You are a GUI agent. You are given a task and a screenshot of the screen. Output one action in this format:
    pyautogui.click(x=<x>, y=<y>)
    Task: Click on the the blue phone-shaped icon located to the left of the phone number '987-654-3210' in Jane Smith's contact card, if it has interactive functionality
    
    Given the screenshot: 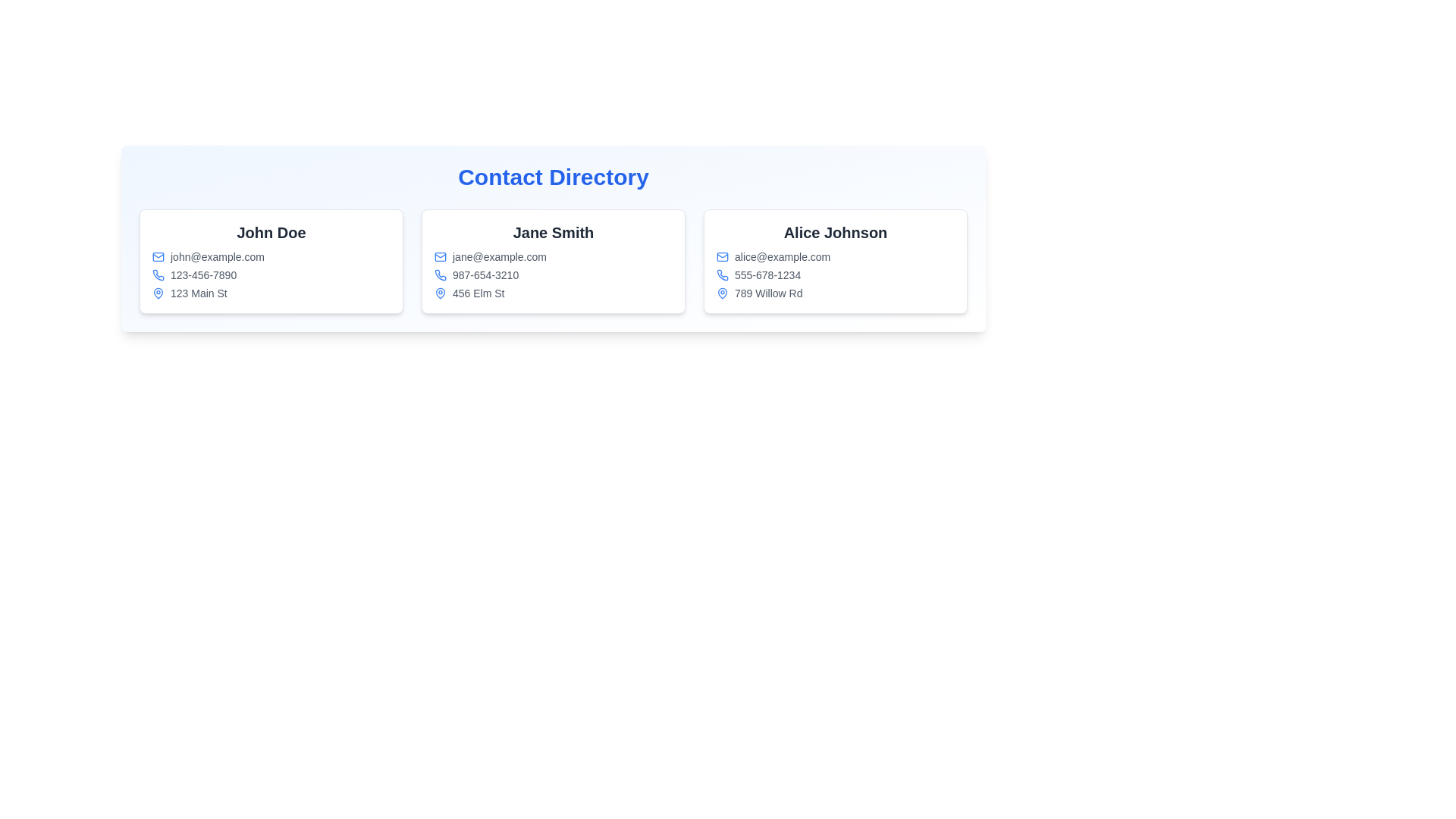 What is the action you would take?
    pyautogui.click(x=439, y=275)
    